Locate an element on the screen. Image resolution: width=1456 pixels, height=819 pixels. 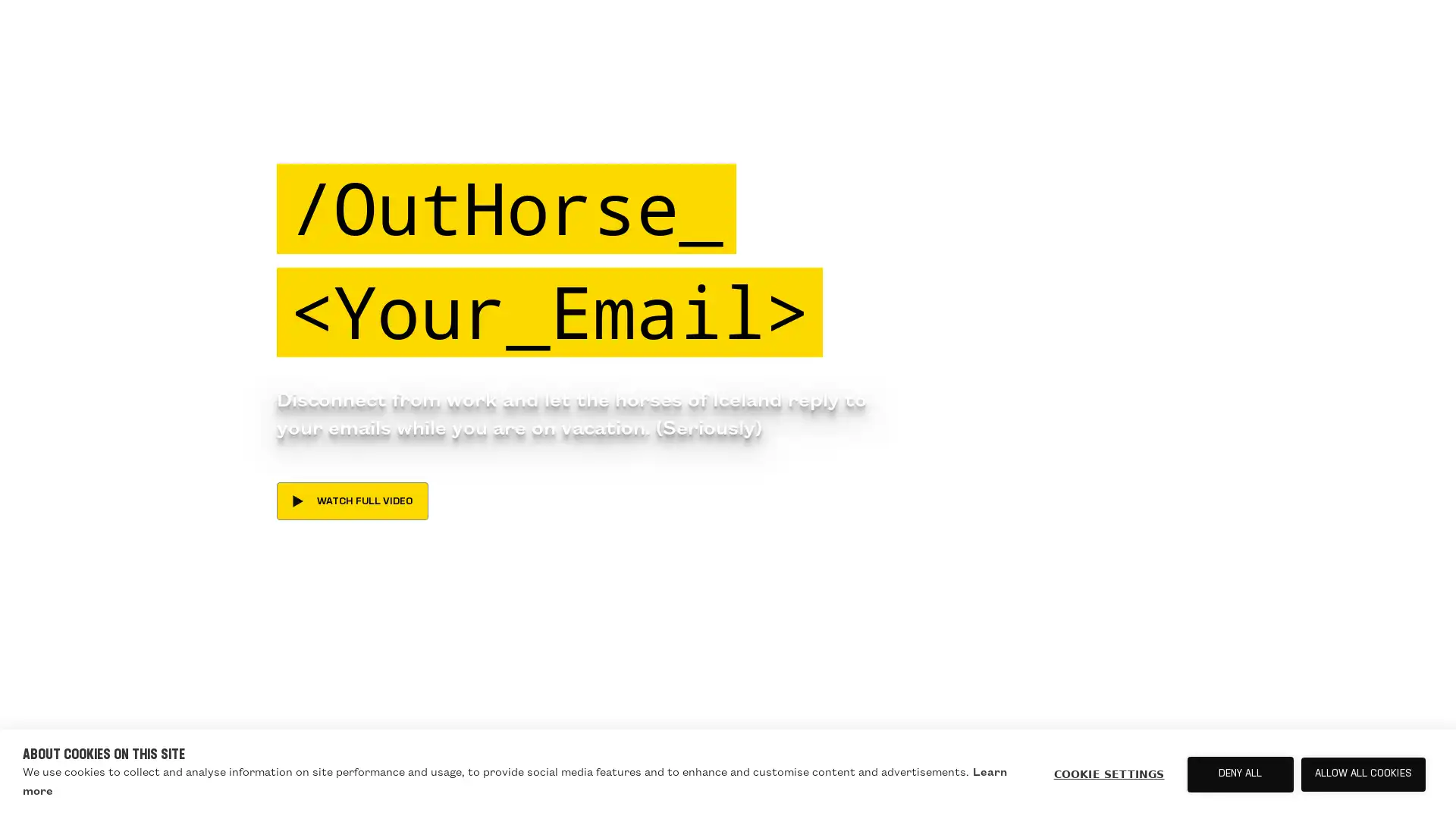
DENY ALL is located at coordinates (1240, 773).